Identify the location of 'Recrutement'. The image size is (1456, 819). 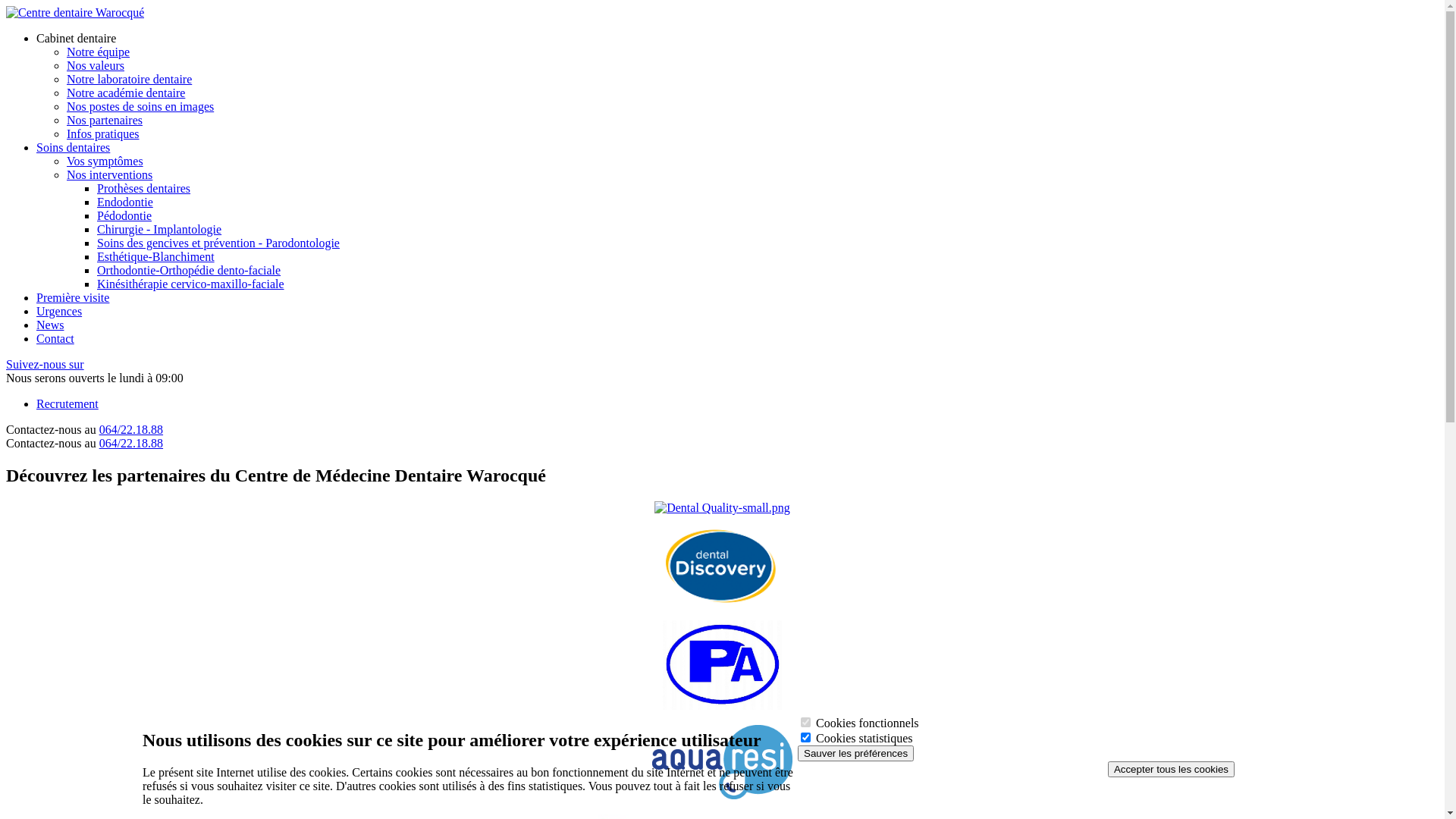
(67, 403).